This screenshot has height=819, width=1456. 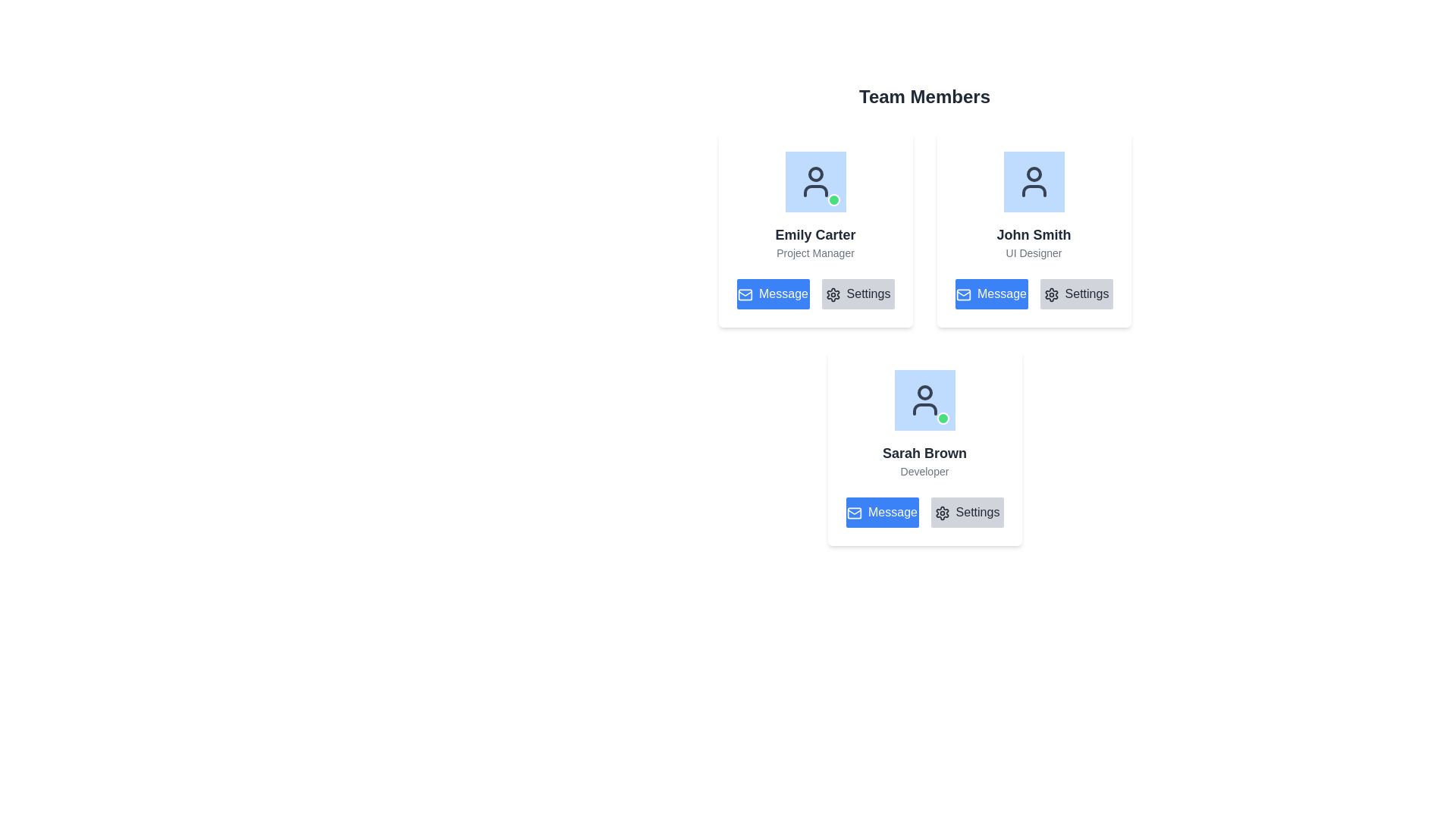 I want to click on the envelope icon within the blue 'Message' button that is part of the card for 'Emily Carter' in the 'Team Members' interface, so click(x=745, y=294).